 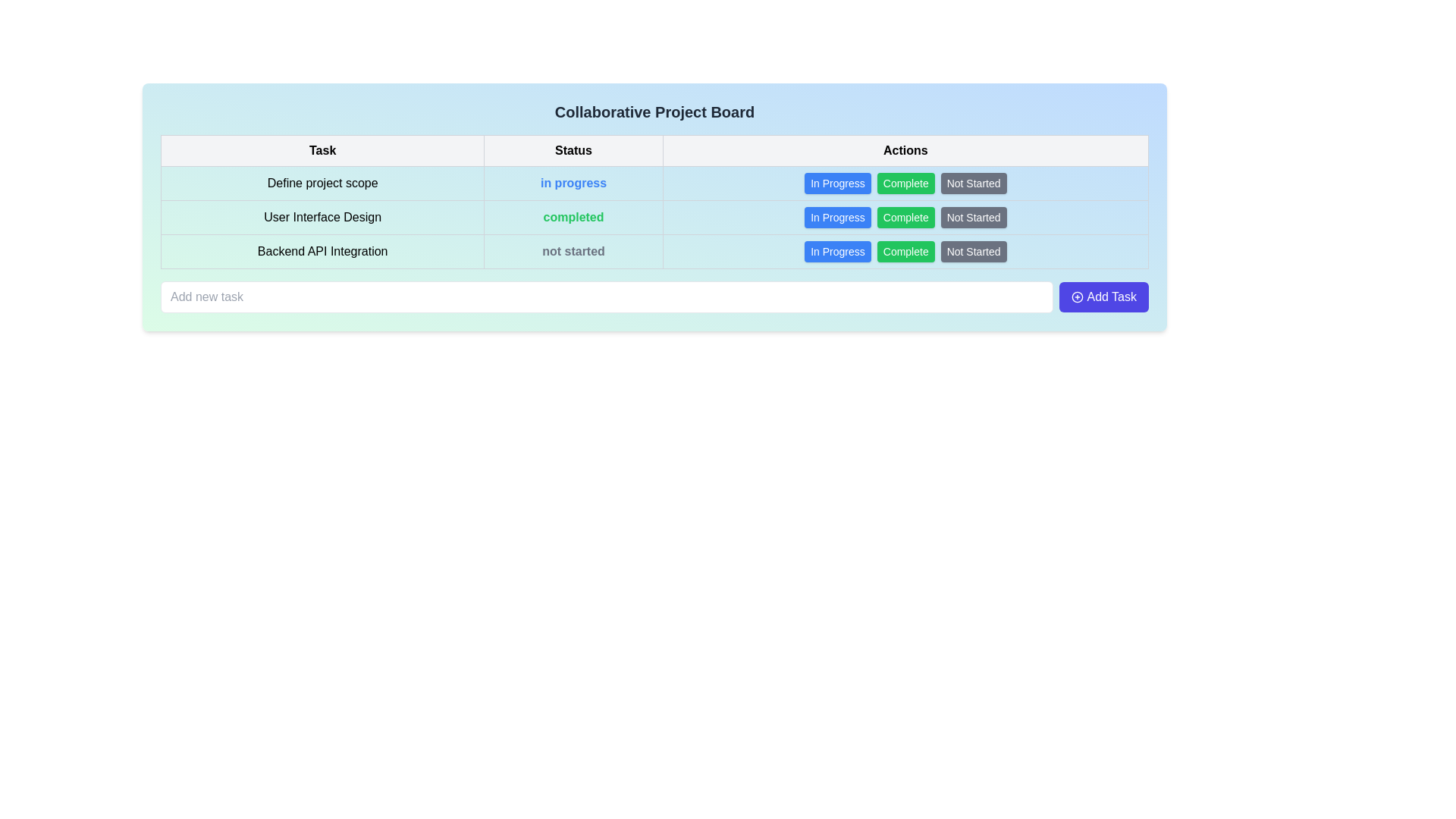 What do you see at coordinates (573, 217) in the screenshot?
I see `the 'completed' text label in the 'Status' column of the 'User Interface Design' row in the 'Collaborative Project Board' table` at bounding box center [573, 217].